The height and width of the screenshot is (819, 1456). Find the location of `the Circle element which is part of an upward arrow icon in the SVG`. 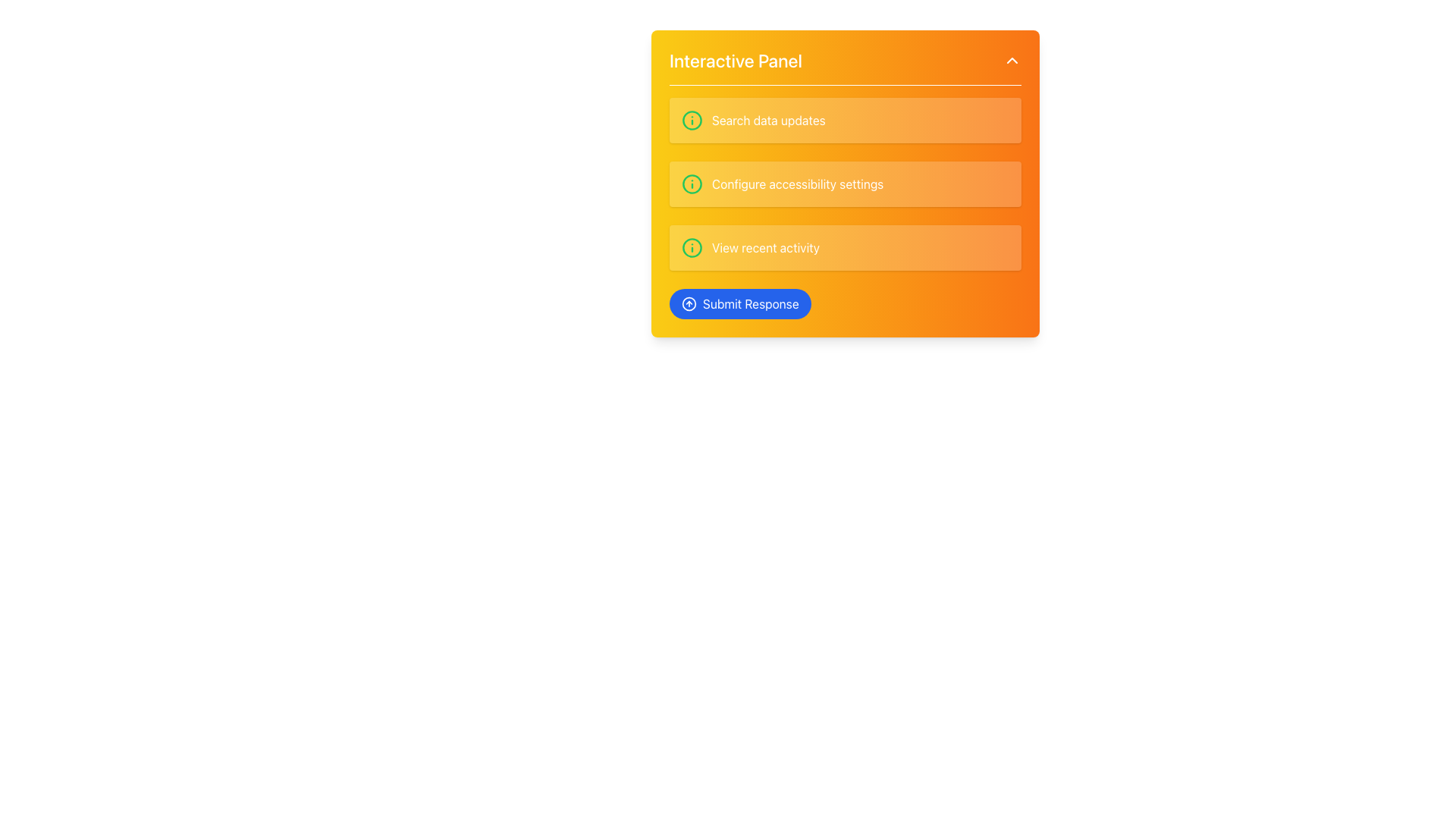

the Circle element which is part of an upward arrow icon in the SVG is located at coordinates (688, 304).